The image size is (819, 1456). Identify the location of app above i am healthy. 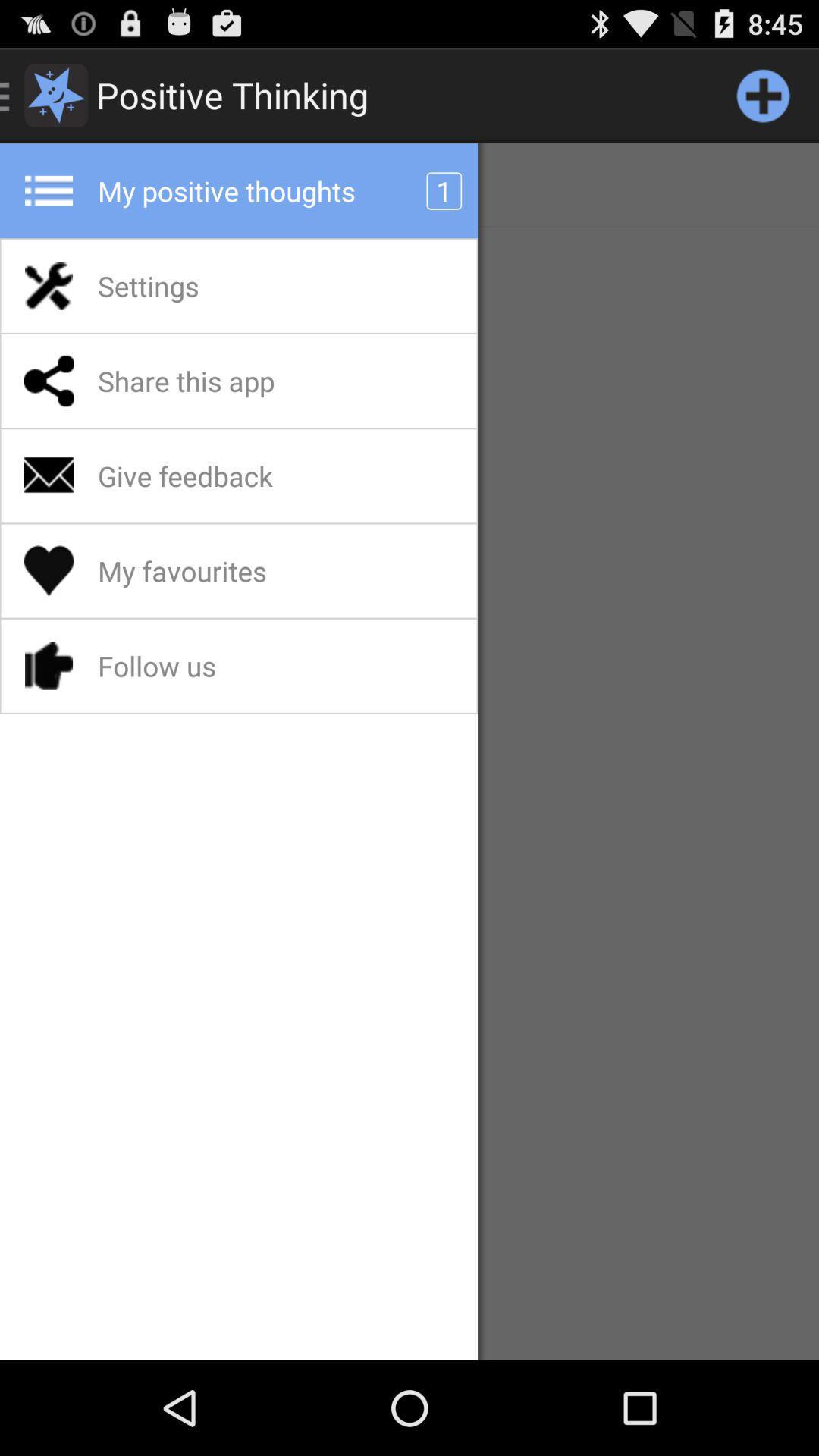
(763, 94).